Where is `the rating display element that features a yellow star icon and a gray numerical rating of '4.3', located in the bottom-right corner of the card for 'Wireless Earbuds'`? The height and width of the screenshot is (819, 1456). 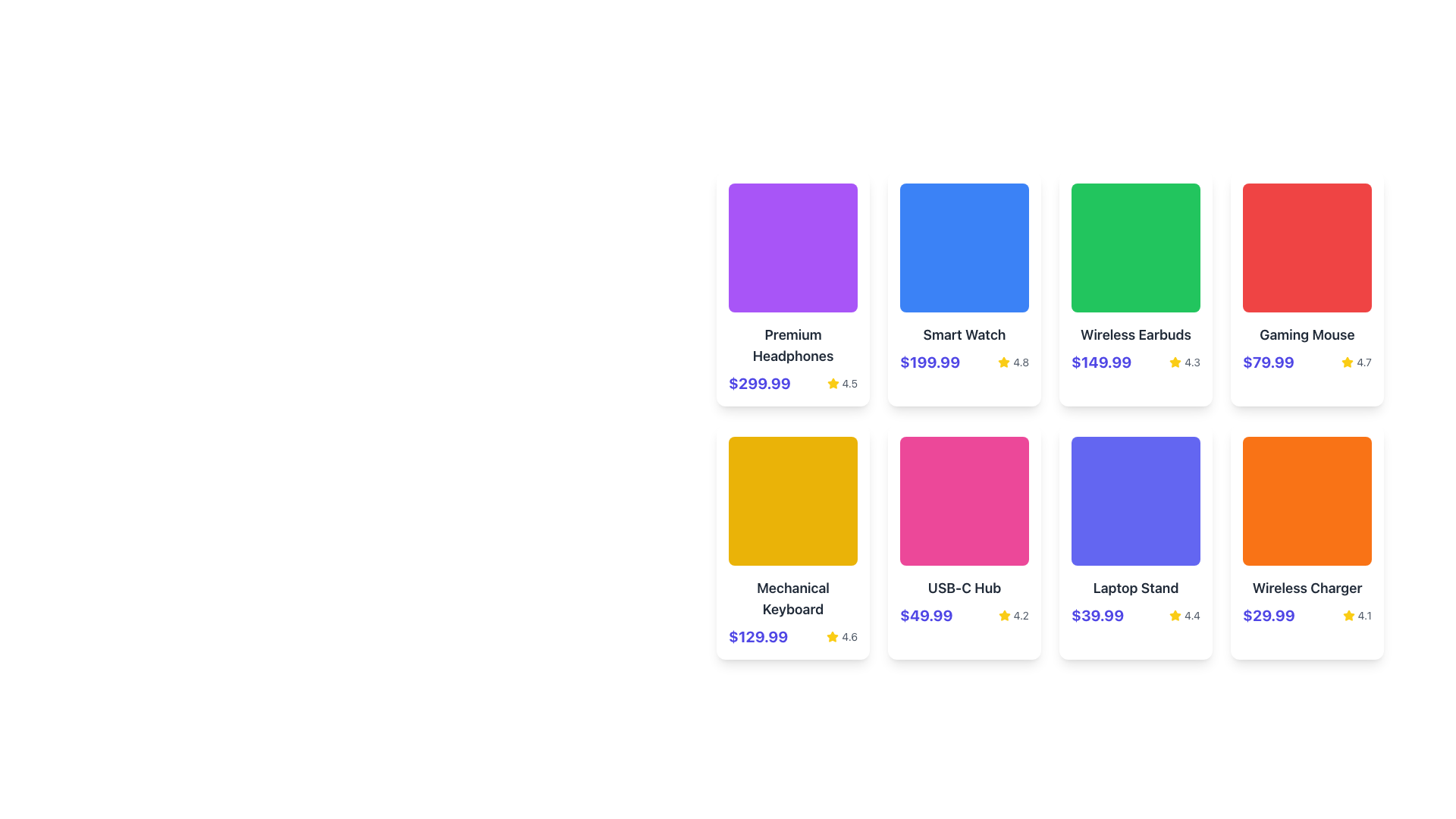 the rating display element that features a yellow star icon and a gray numerical rating of '4.3', located in the bottom-right corner of the card for 'Wireless Earbuds' is located at coordinates (1184, 362).